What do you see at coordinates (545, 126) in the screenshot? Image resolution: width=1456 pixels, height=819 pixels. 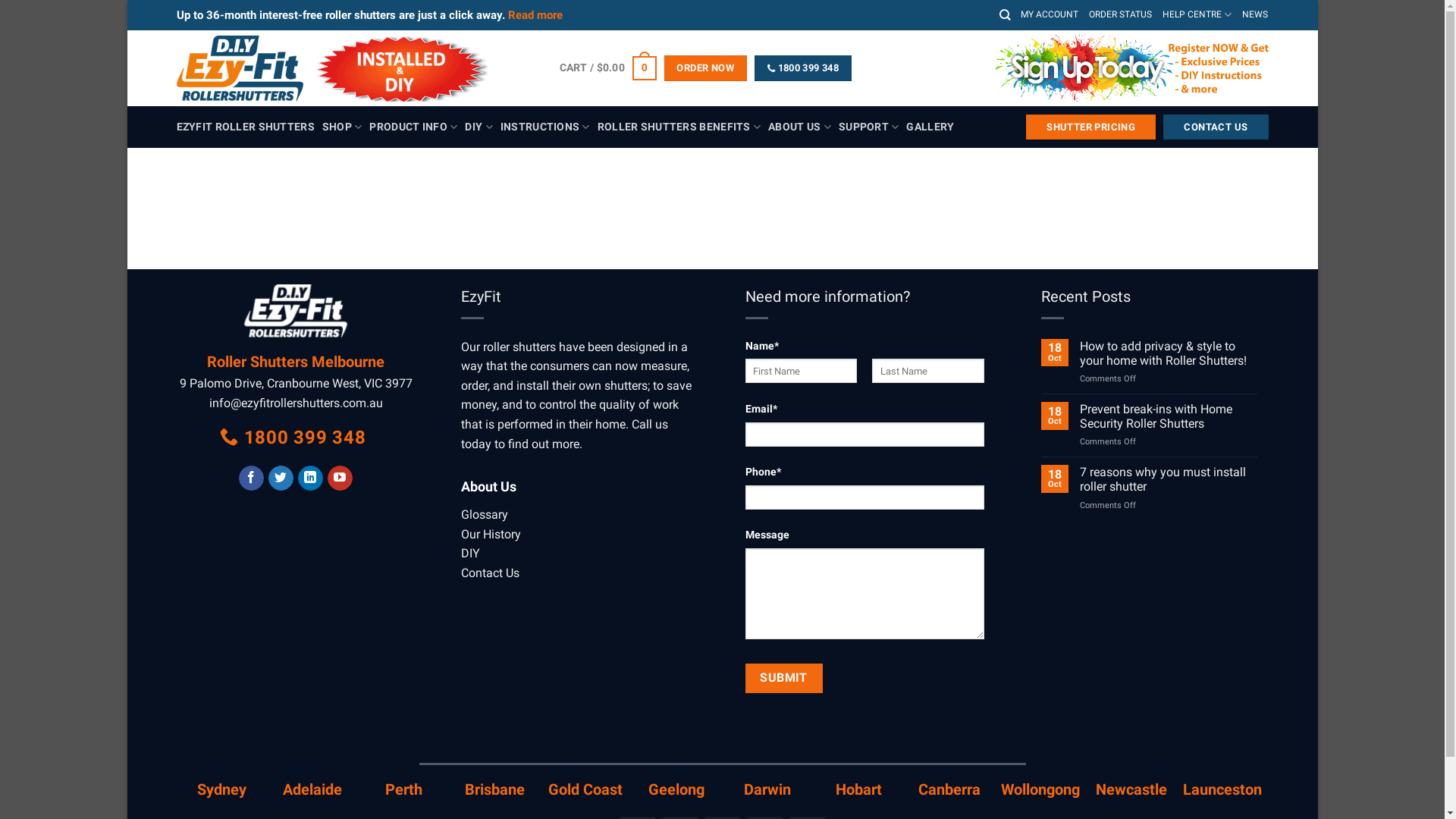 I see `'INSTRUCTIONS'` at bounding box center [545, 126].